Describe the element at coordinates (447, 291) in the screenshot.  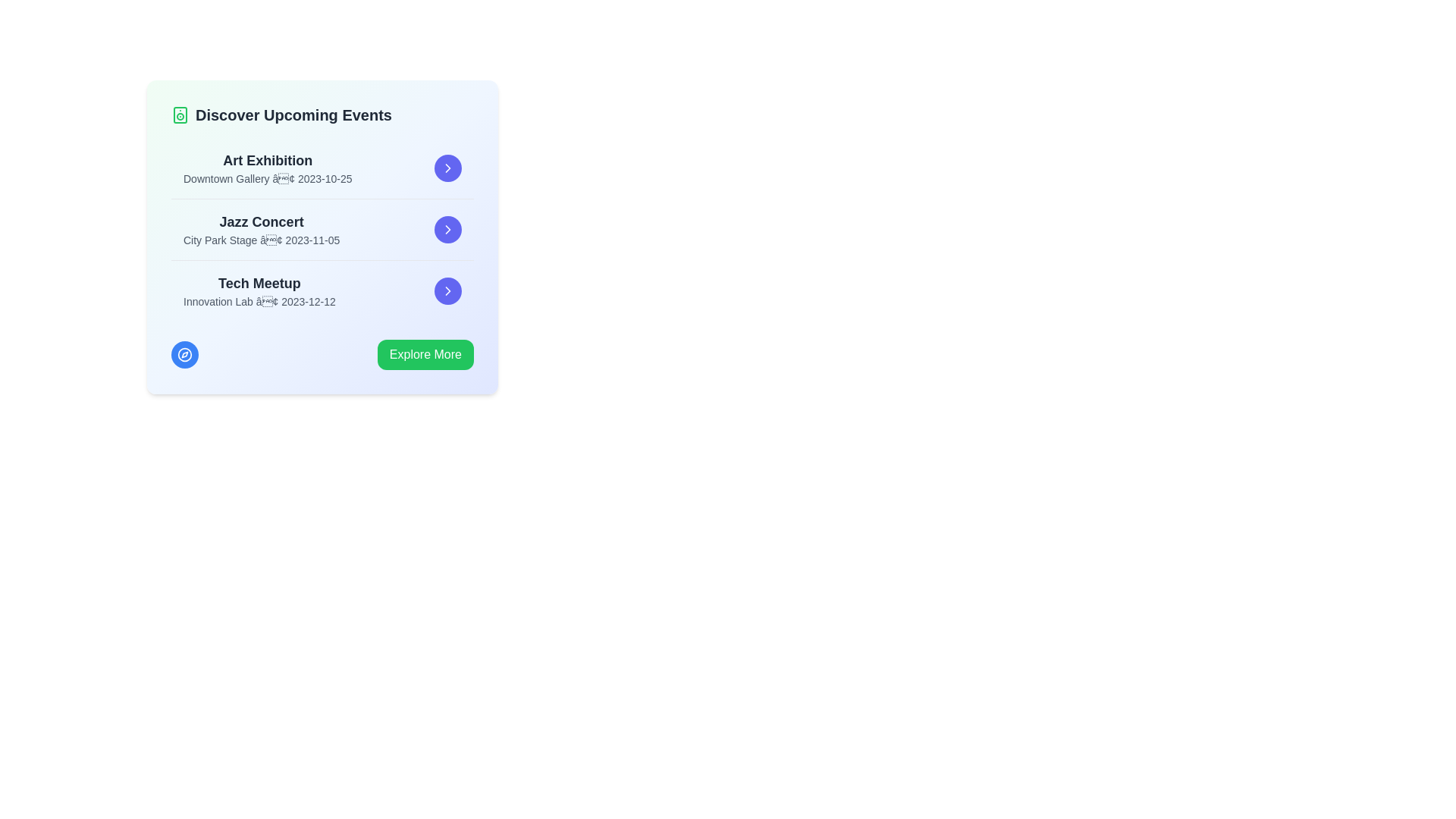
I see `the event details button for Tech Meetup` at that location.